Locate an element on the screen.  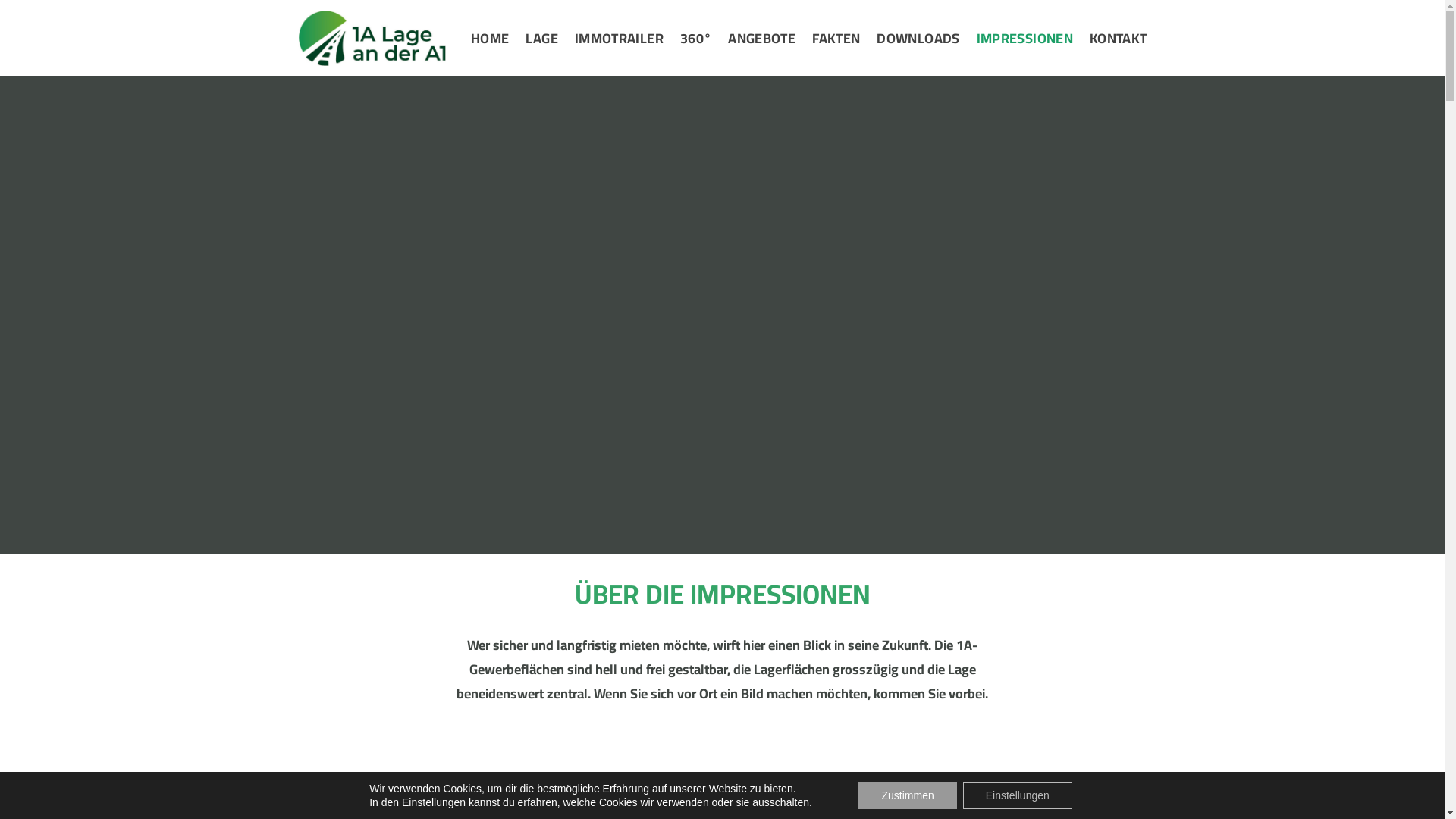
'DOWNLOADS' is located at coordinates (917, 37).